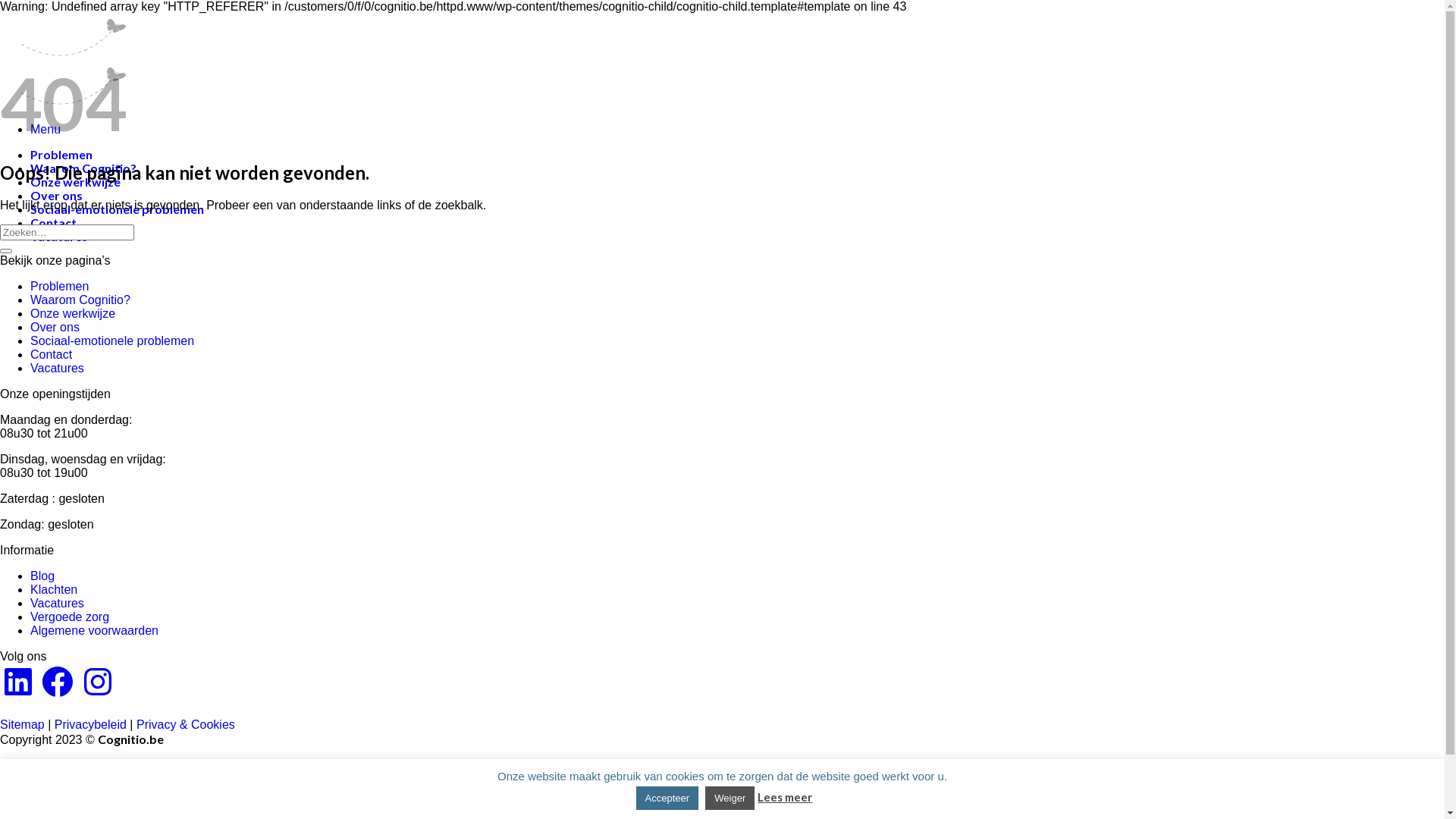 The image size is (1456, 819). I want to click on 'Onze werkwijze', so click(30, 312).